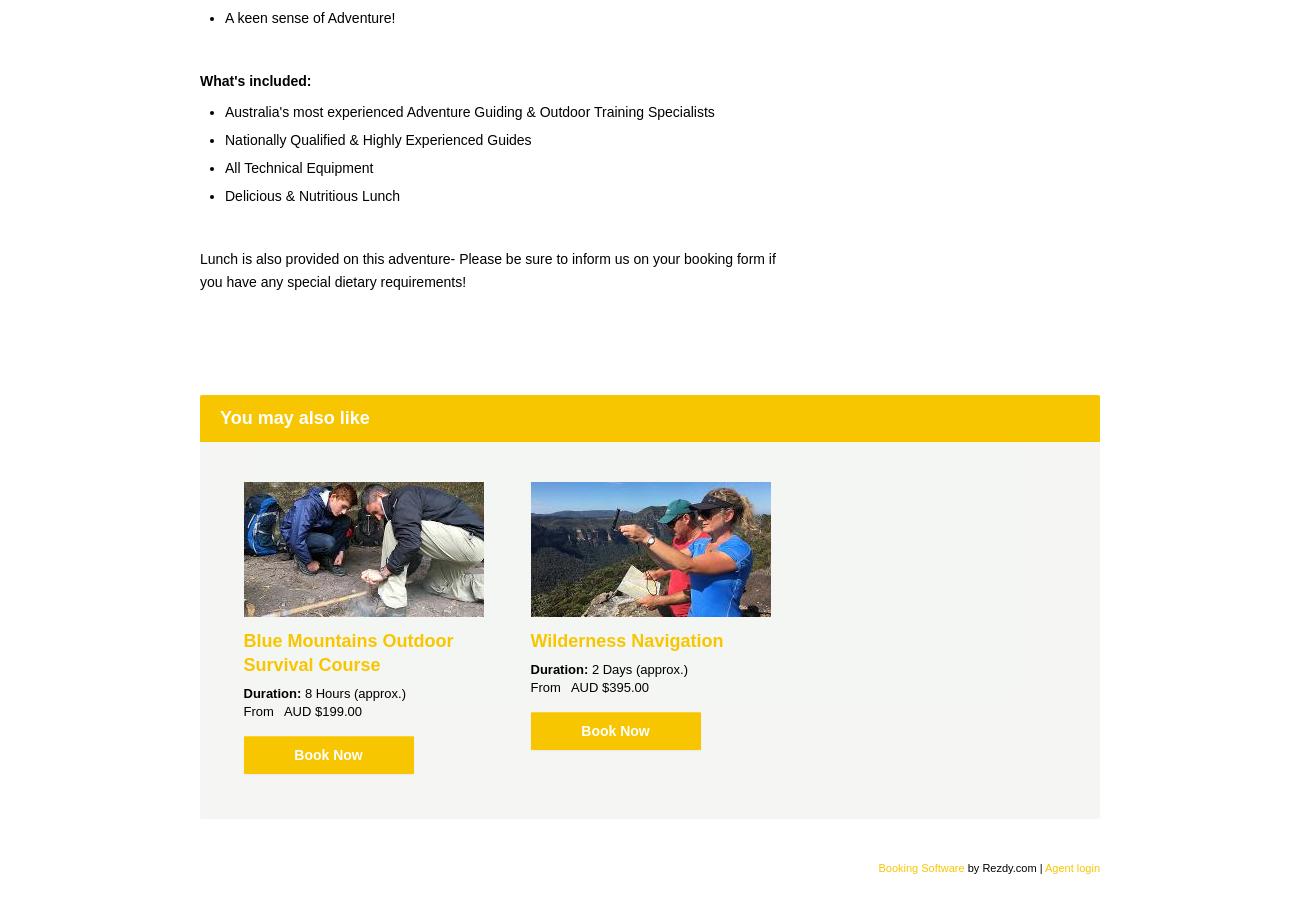 The image size is (1300, 922). I want to click on '$395.00', so click(625, 686).